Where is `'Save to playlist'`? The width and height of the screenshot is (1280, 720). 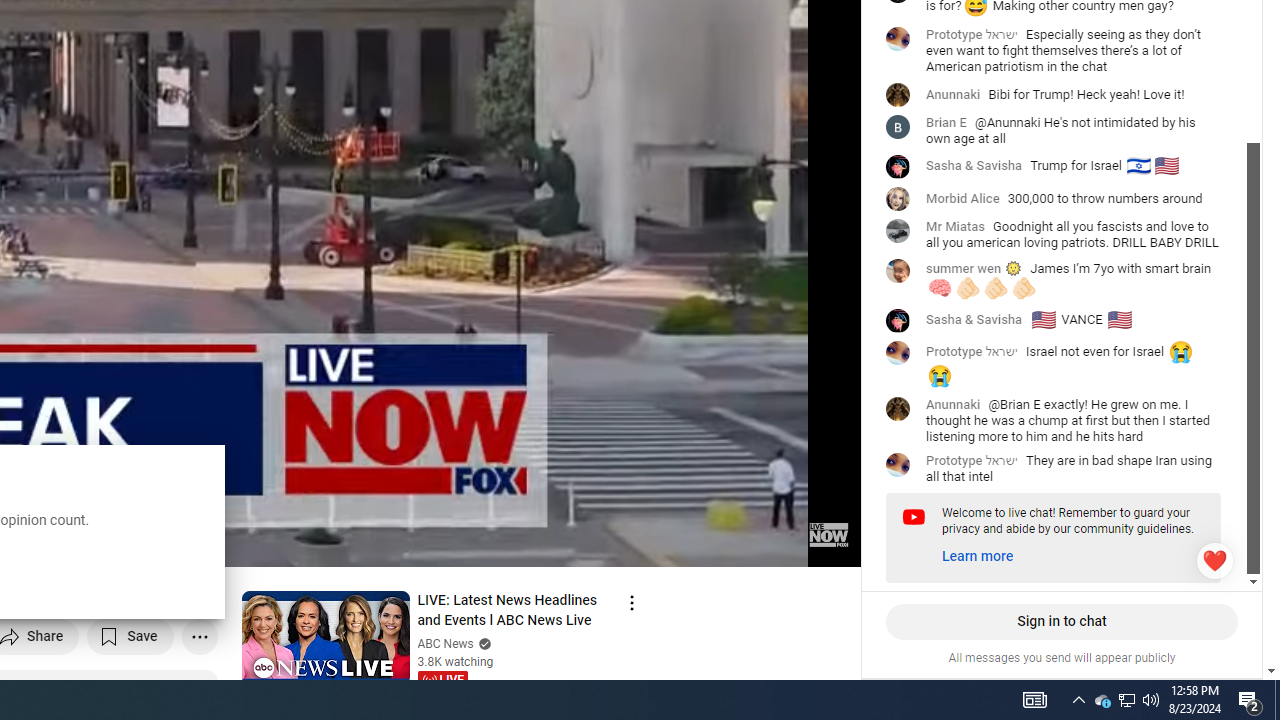 'Save to playlist' is located at coordinates (129, 636).